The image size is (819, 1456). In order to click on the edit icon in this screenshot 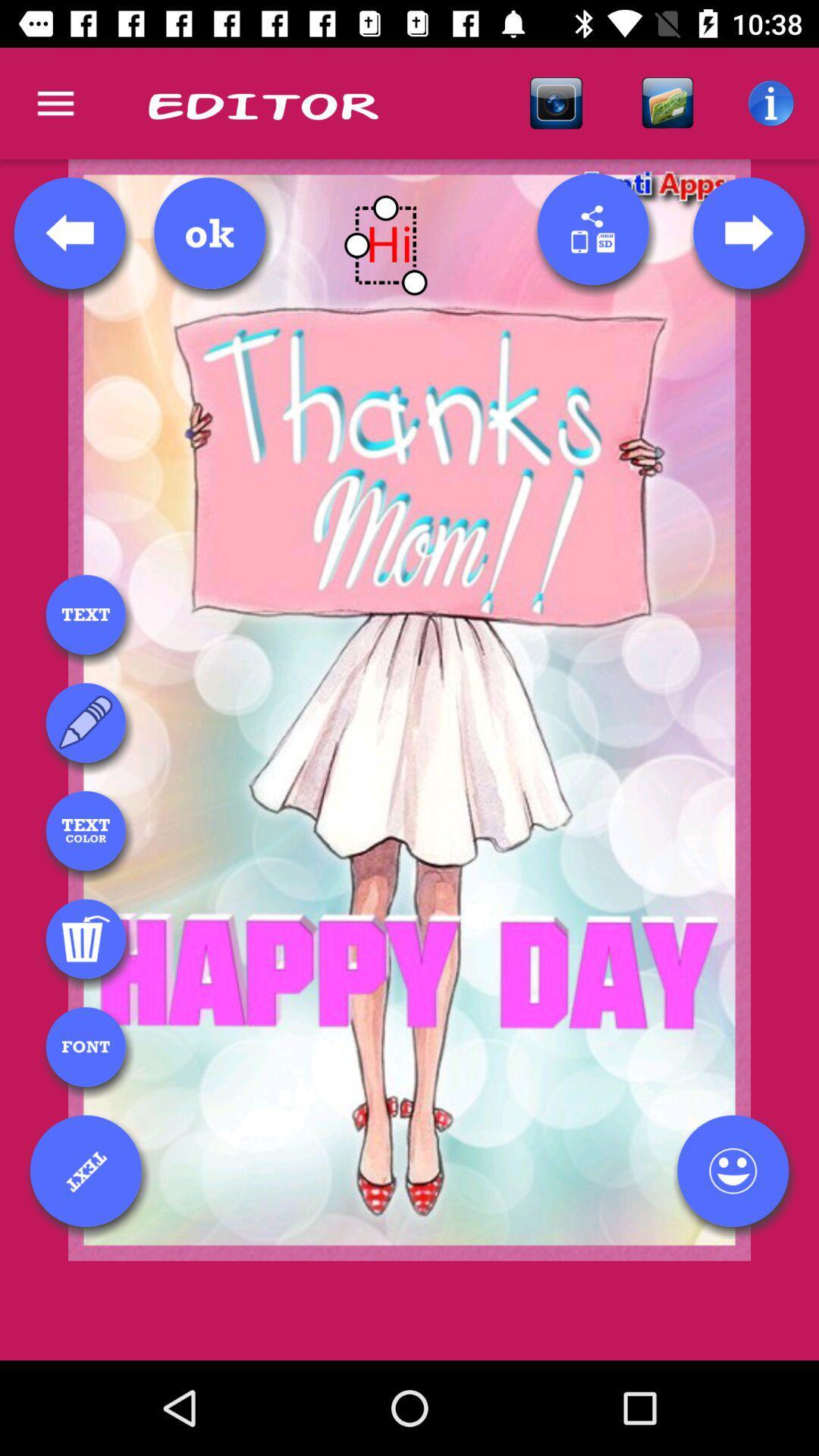, I will do `click(86, 1170)`.